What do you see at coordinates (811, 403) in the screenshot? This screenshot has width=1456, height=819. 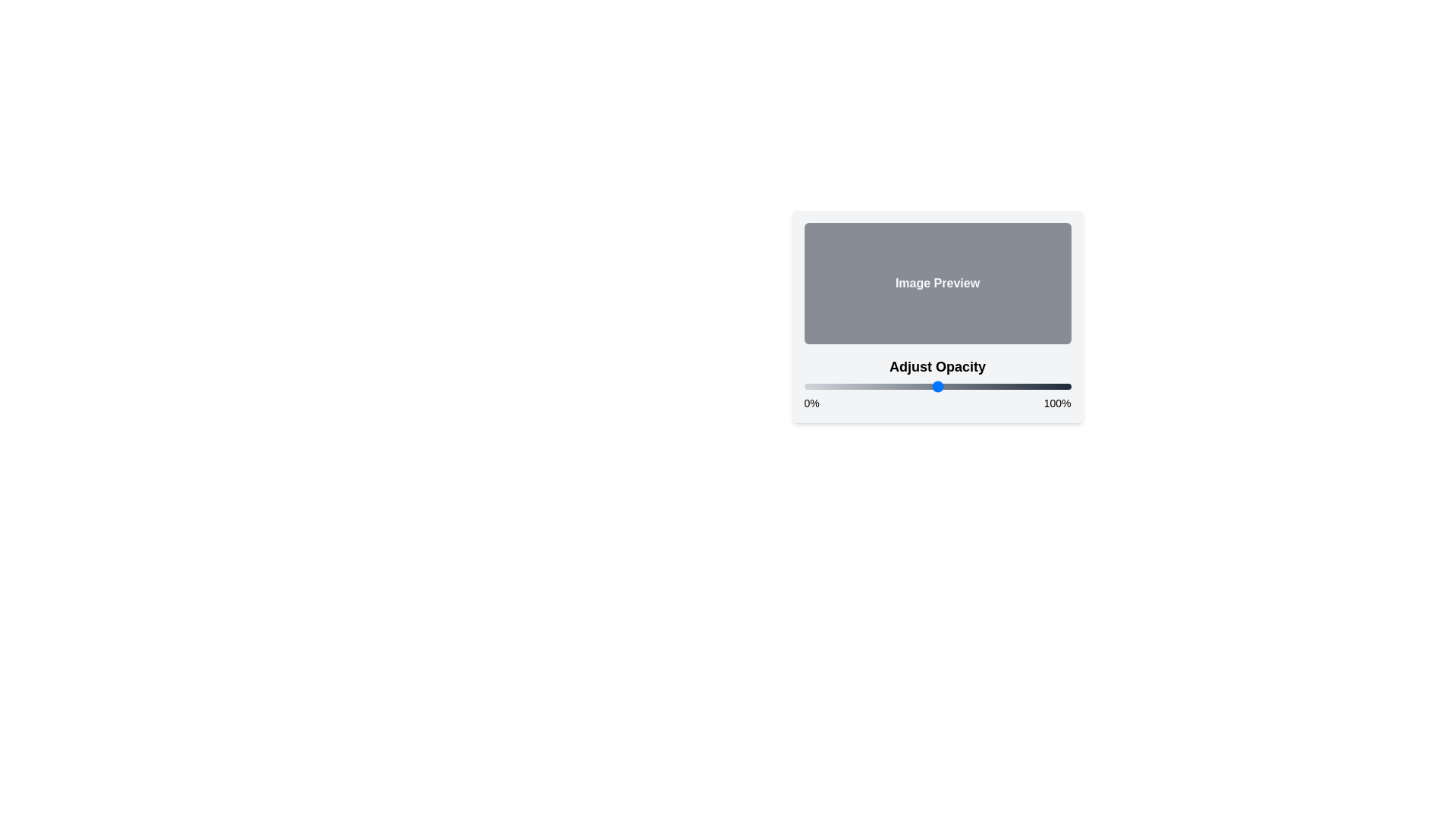 I see `the static text label displaying '0%' that is aligned with the starting point of the slider component` at bounding box center [811, 403].